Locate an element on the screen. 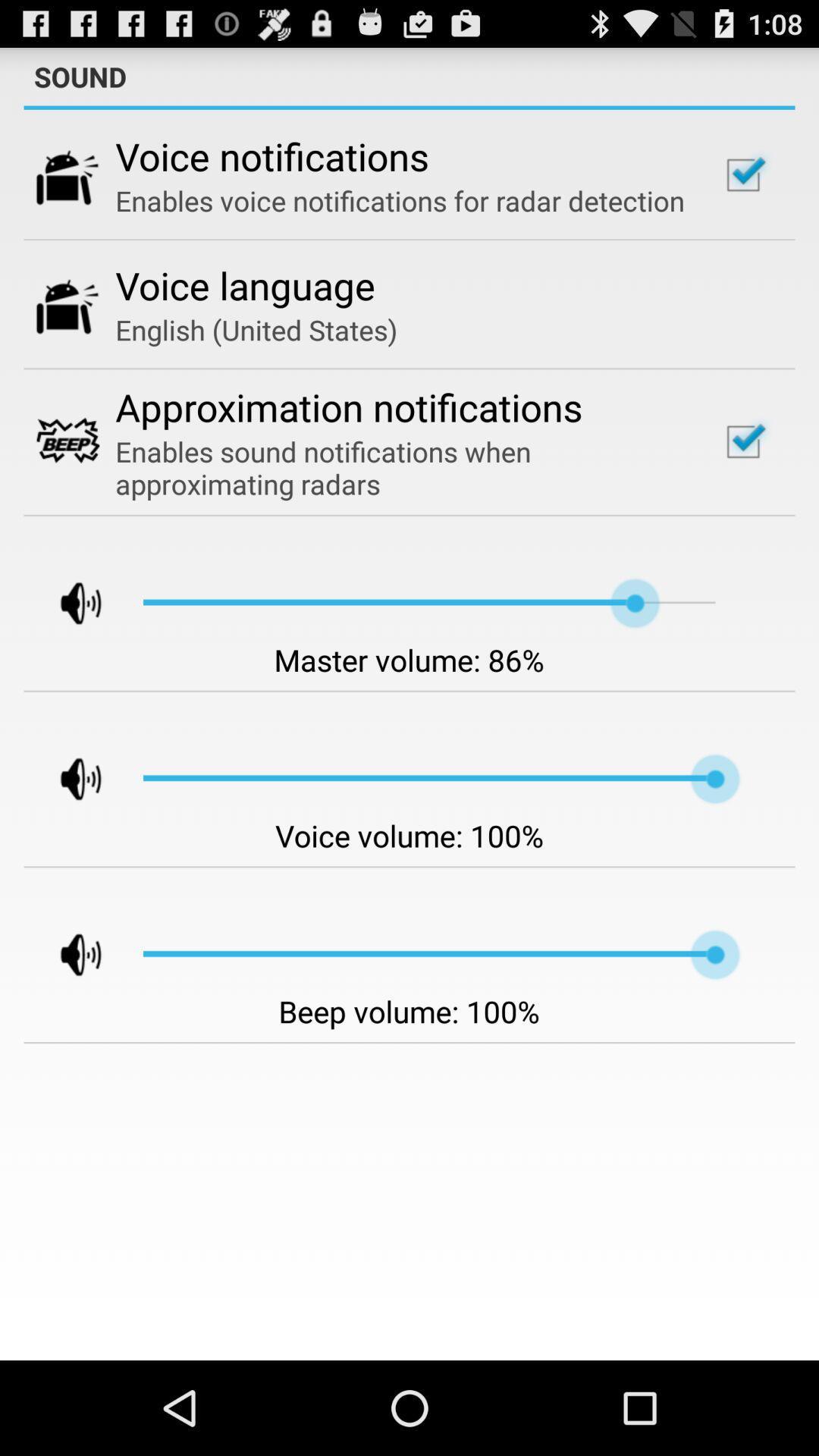  app below voice language app is located at coordinates (256, 329).